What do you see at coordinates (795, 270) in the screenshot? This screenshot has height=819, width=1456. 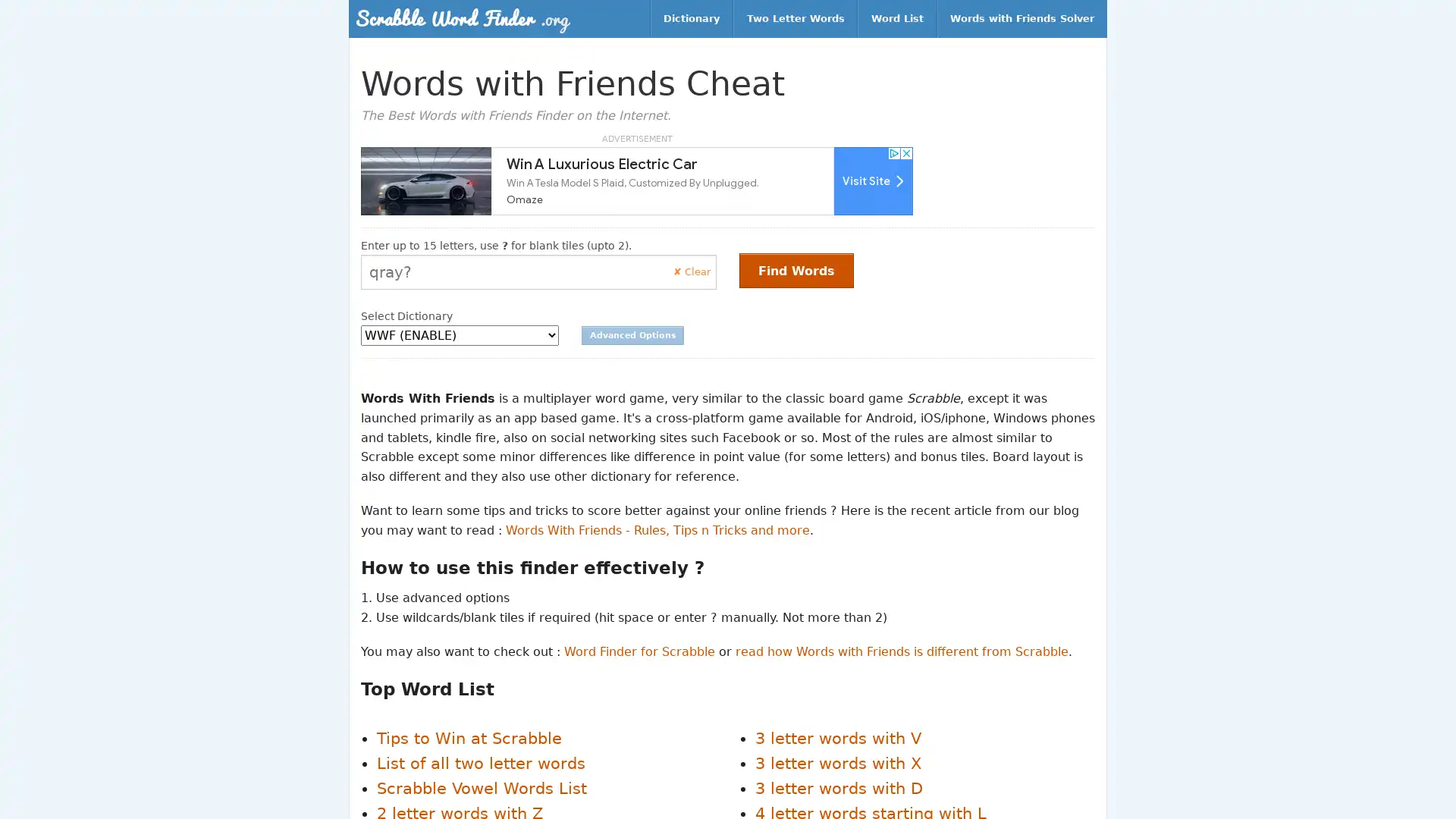 I see `Find Words` at bounding box center [795, 270].